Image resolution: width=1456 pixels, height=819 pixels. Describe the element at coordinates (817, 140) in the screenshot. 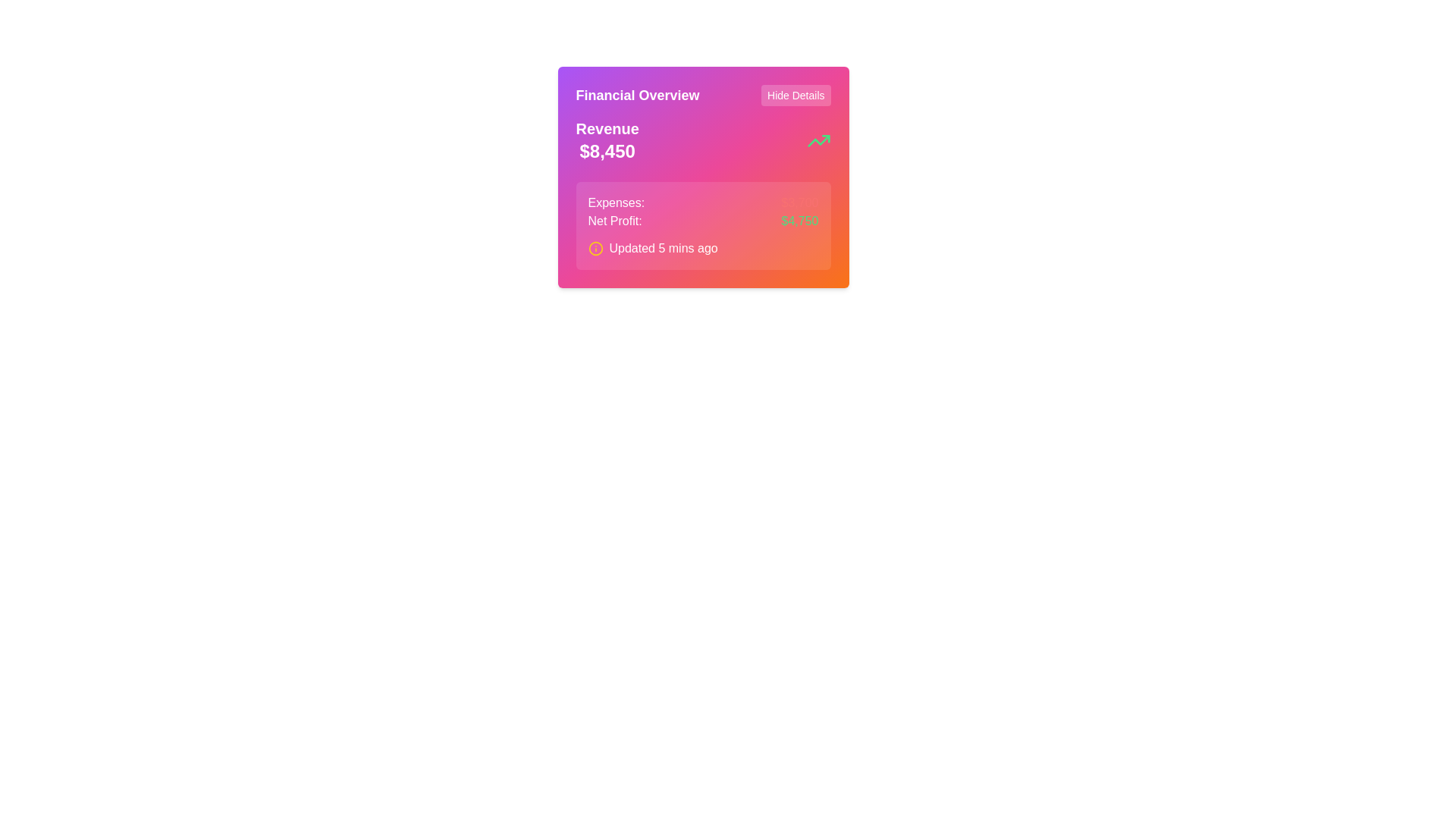

I see `green upward trending arrow SVG icon located in the top-right corner of the 'Financial Overview' widget using developer tools` at that location.